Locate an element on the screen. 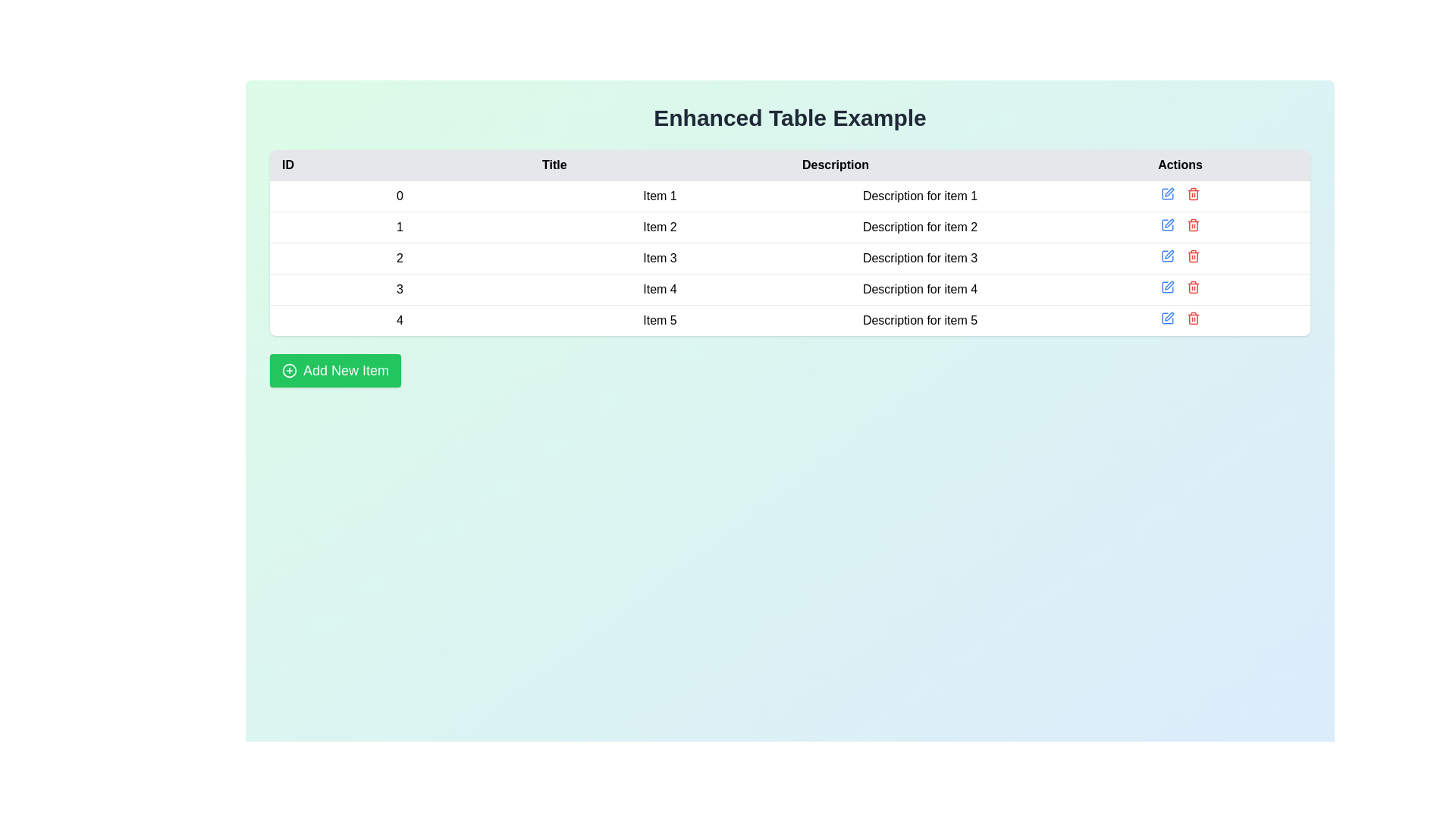 This screenshot has width=1456, height=819. the red trash bin icon button in the 'Actions' column of the table is located at coordinates (1192, 225).